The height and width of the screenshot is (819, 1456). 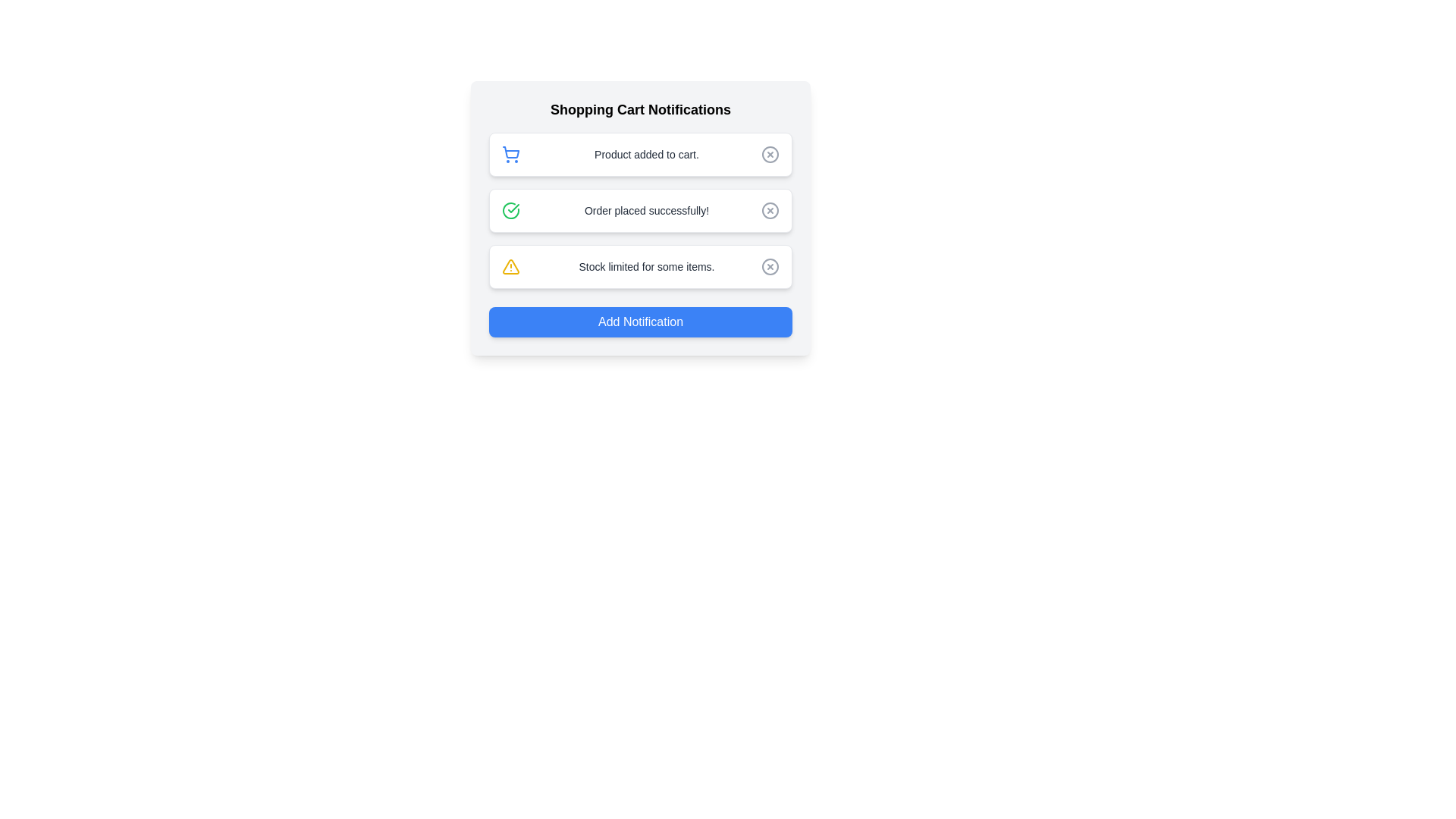 I want to click on the dismiss button located at the right side of the 'Order placed successfully!' notification card, so click(x=770, y=210).